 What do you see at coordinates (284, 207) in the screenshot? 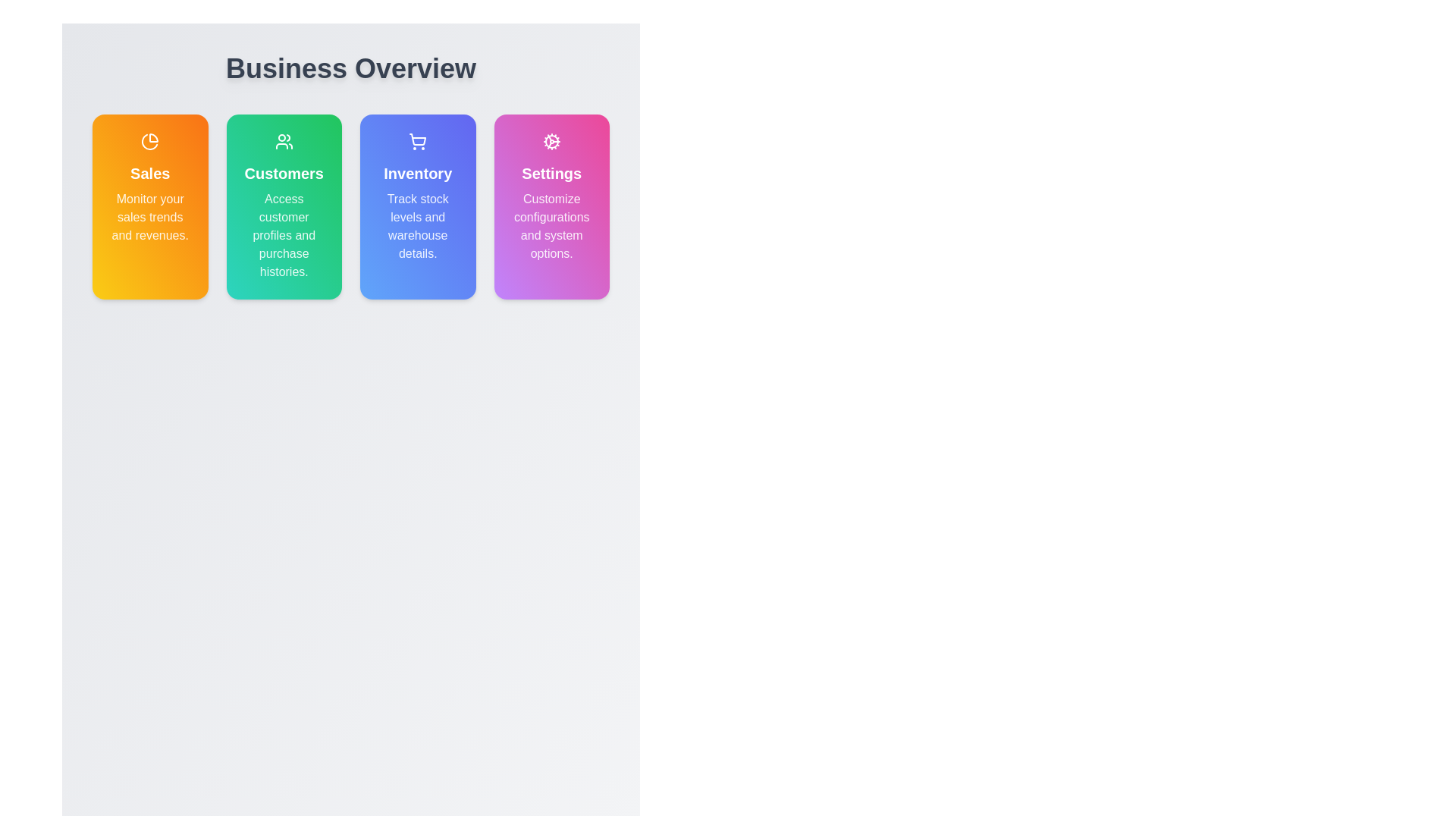
I see `the 'Customers' navigation card, which is the second card from the left in a grid of four cards labeled 'Sales,' 'Customers,' 'Inventory,' and 'Settings,'` at bounding box center [284, 207].